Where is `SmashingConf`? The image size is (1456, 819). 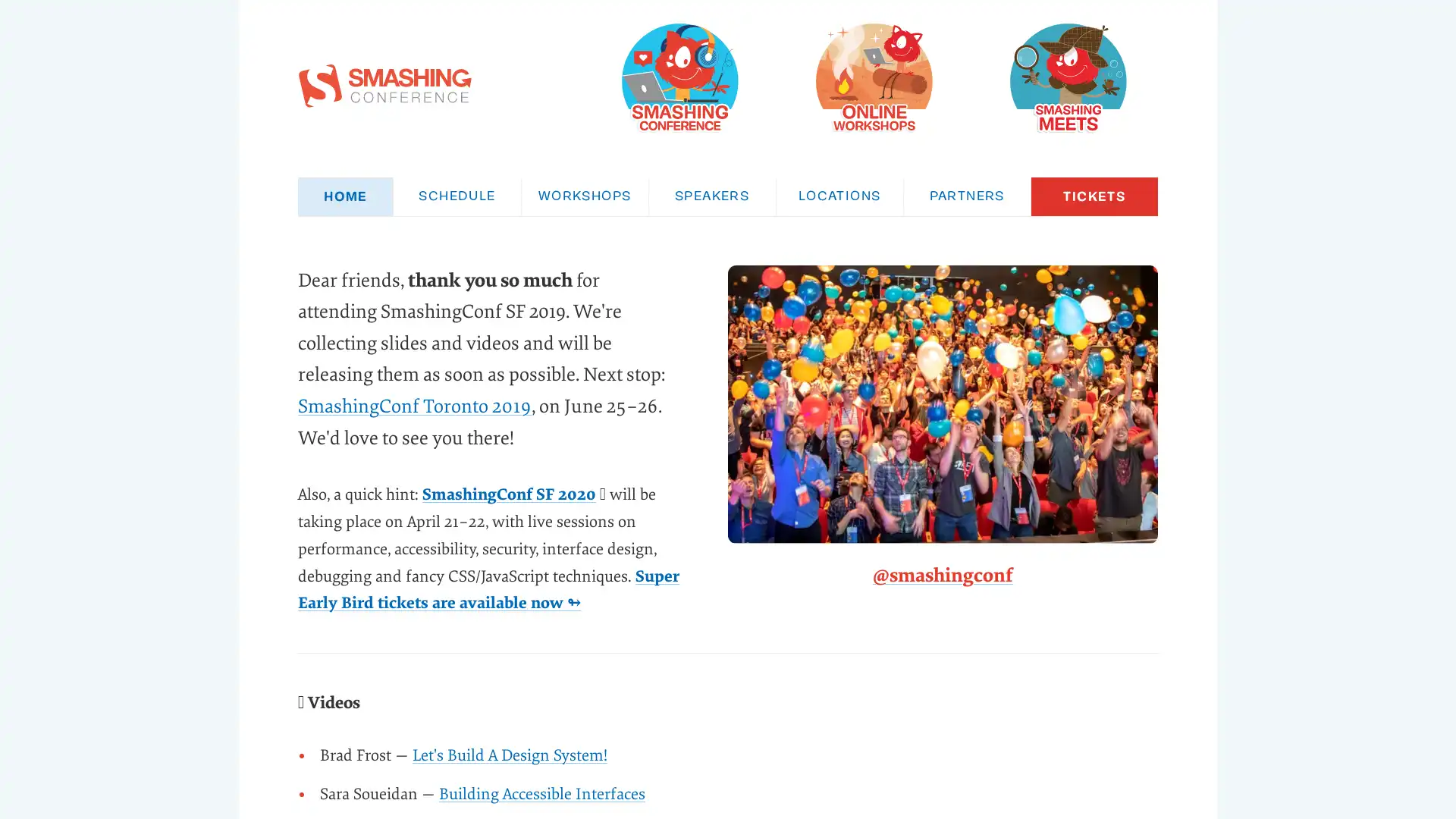 SmashingConf is located at coordinates (679, 77).